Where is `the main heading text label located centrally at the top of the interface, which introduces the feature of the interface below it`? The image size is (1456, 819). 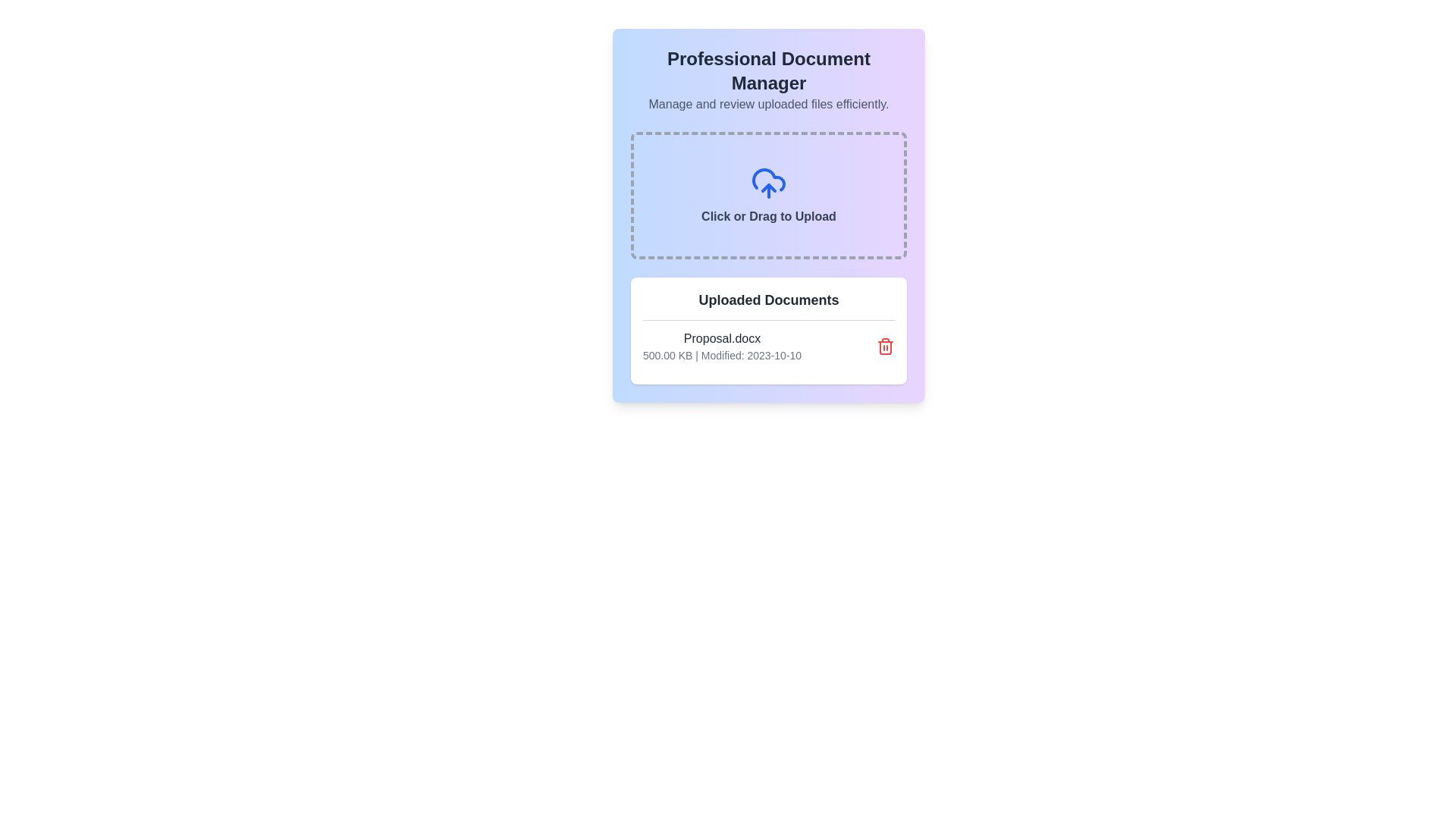 the main heading text label located centrally at the top of the interface, which introduces the feature of the interface below it is located at coordinates (768, 71).